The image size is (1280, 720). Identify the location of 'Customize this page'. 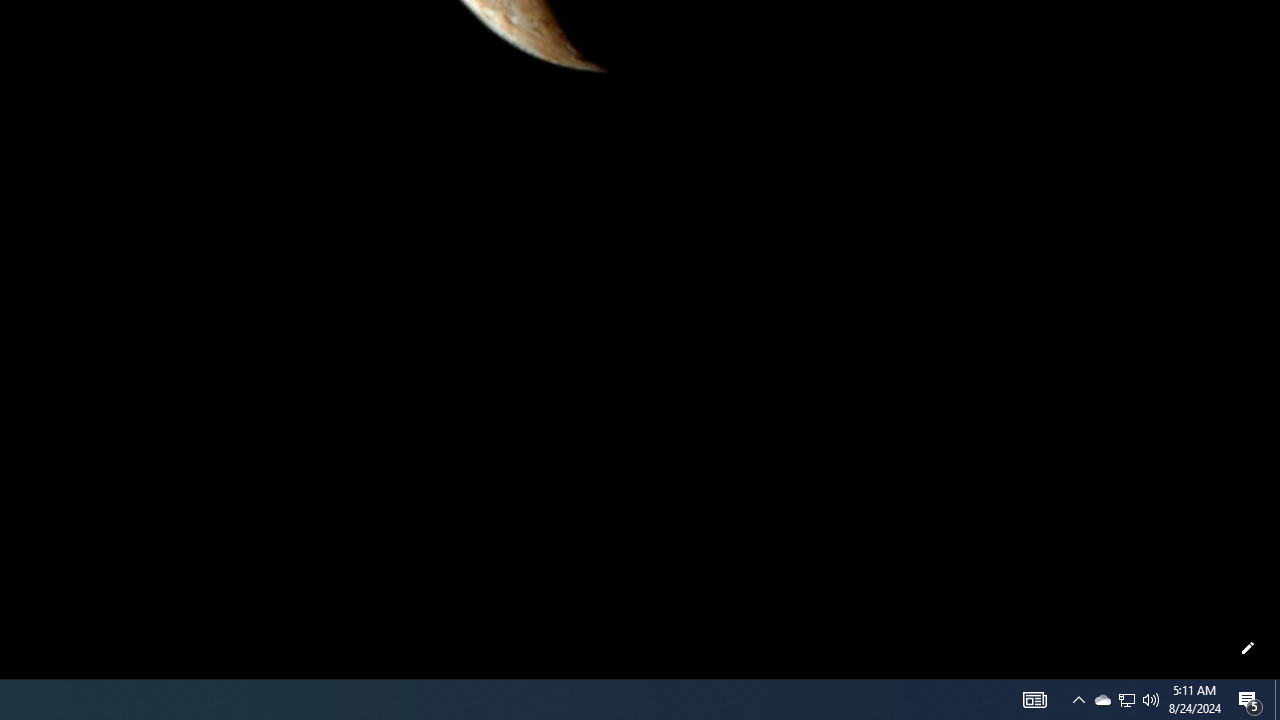
(1247, 648).